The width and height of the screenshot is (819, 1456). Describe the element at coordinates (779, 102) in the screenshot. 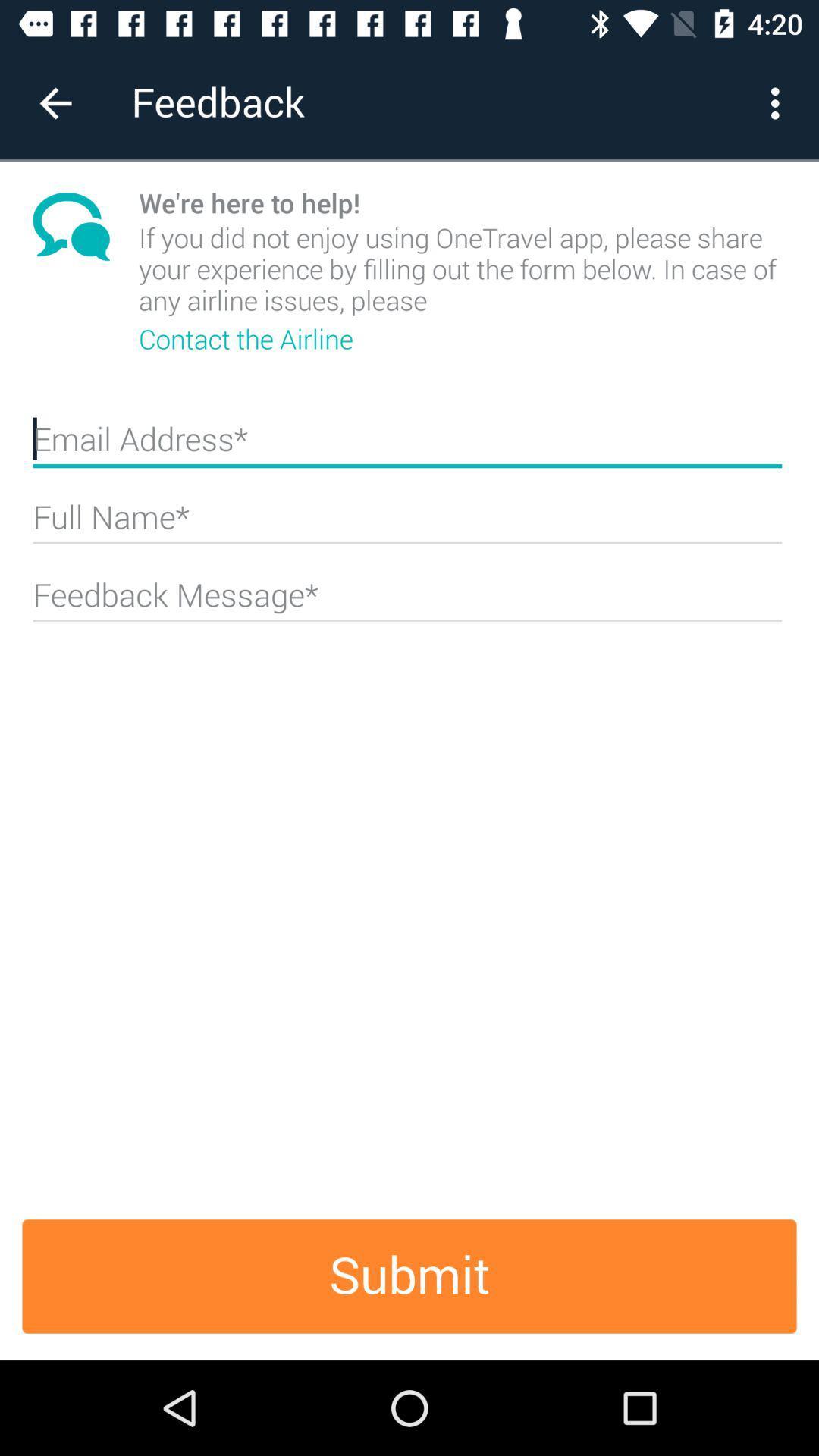

I see `the item at the top right corner` at that location.